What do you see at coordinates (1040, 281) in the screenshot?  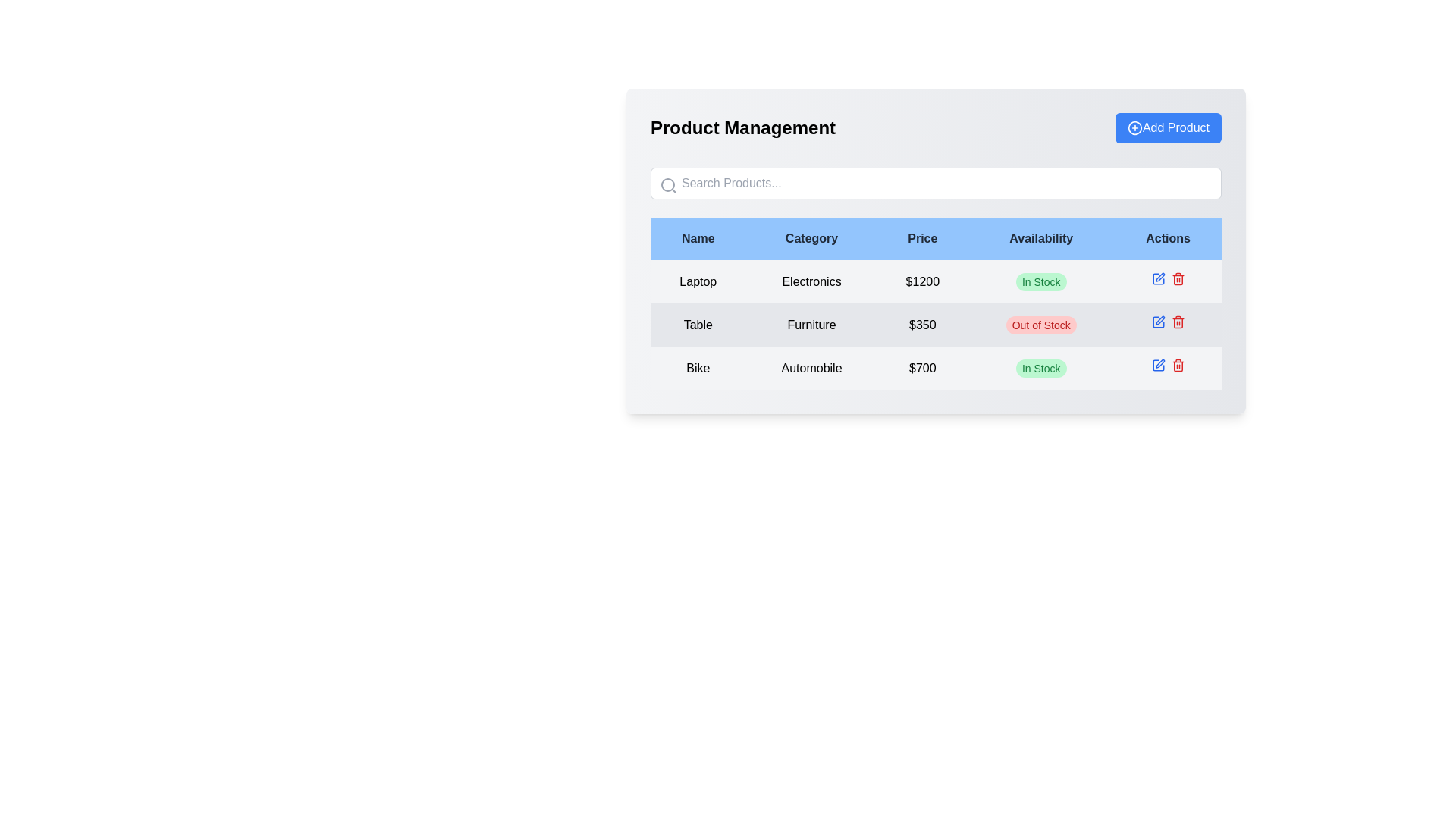 I see `the green label stating 'In Stock' in the 'Availability' column of the table for the 'Laptop' row` at bounding box center [1040, 281].